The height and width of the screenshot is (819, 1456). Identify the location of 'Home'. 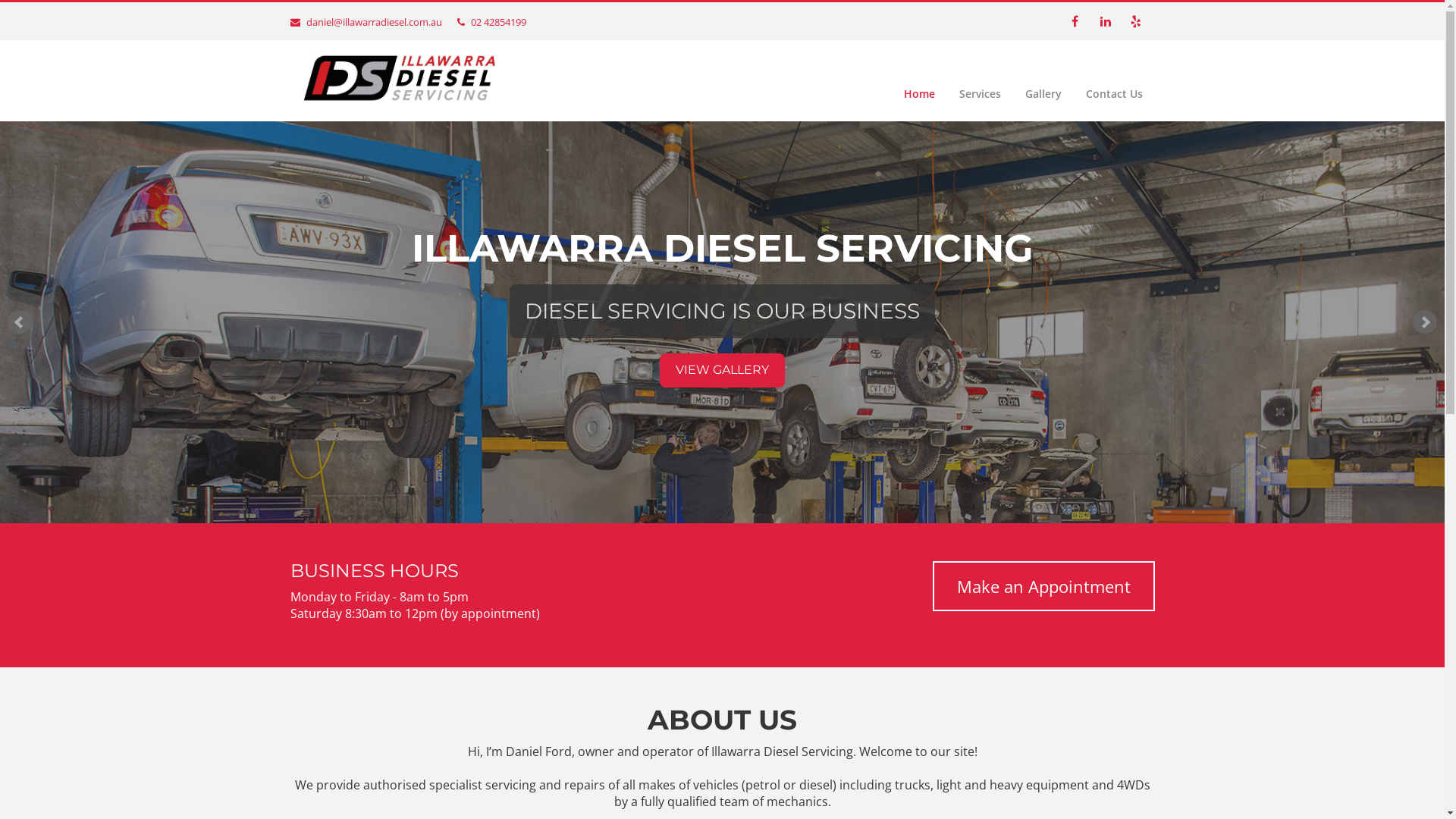
(918, 93).